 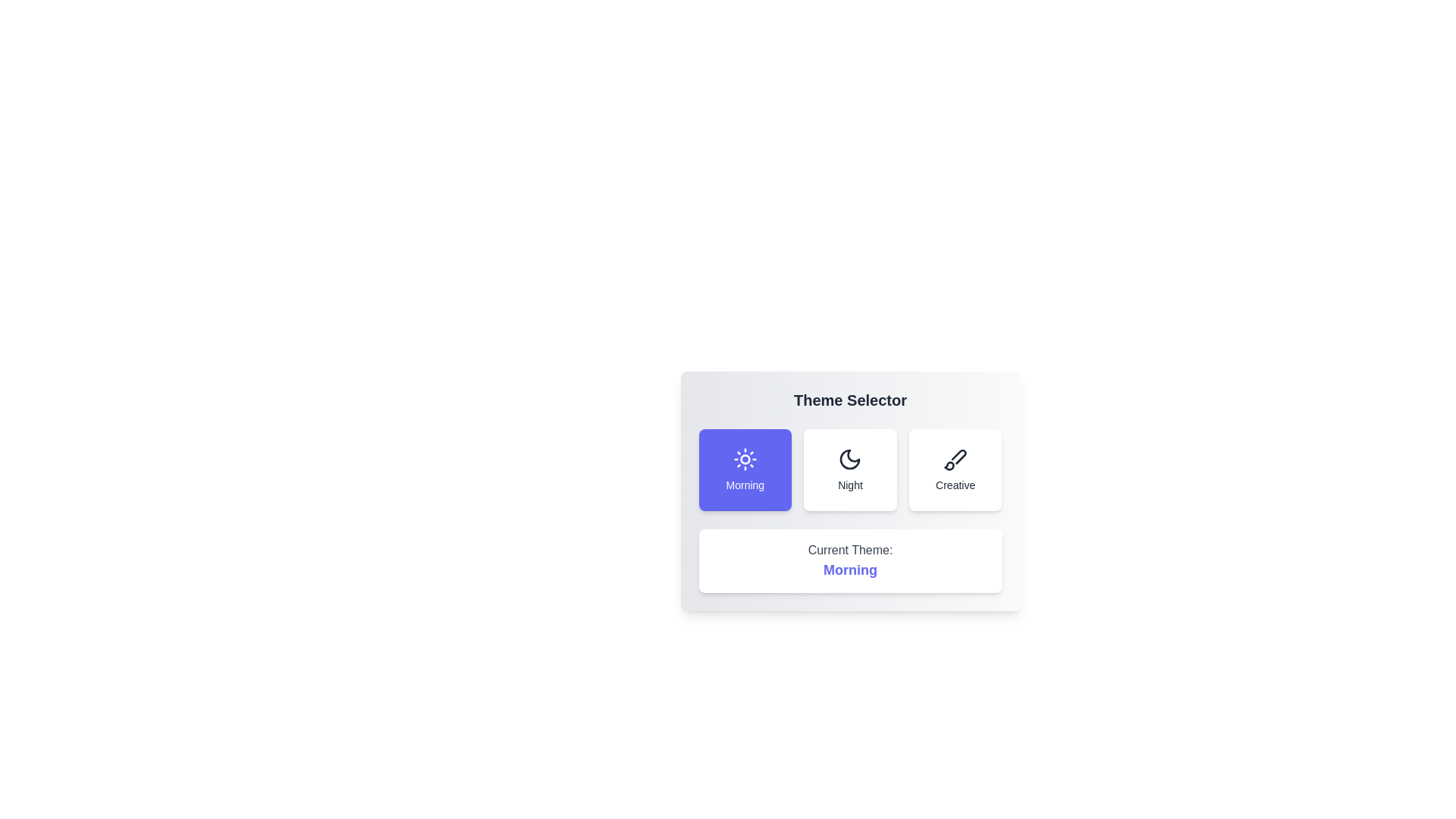 I want to click on the Morning button to observe its hover effect, so click(x=745, y=469).